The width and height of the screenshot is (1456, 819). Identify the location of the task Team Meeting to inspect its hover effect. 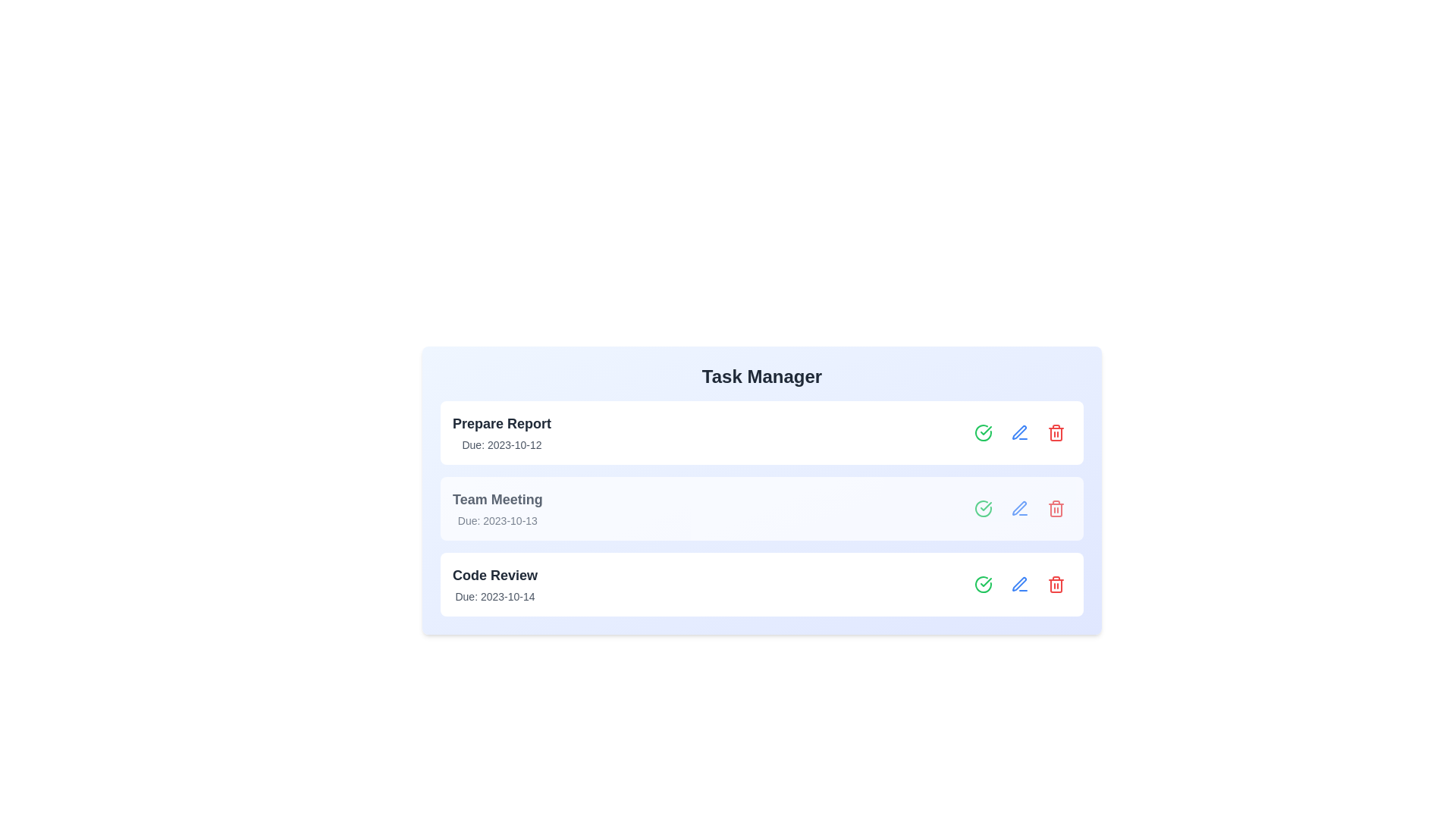
(761, 509).